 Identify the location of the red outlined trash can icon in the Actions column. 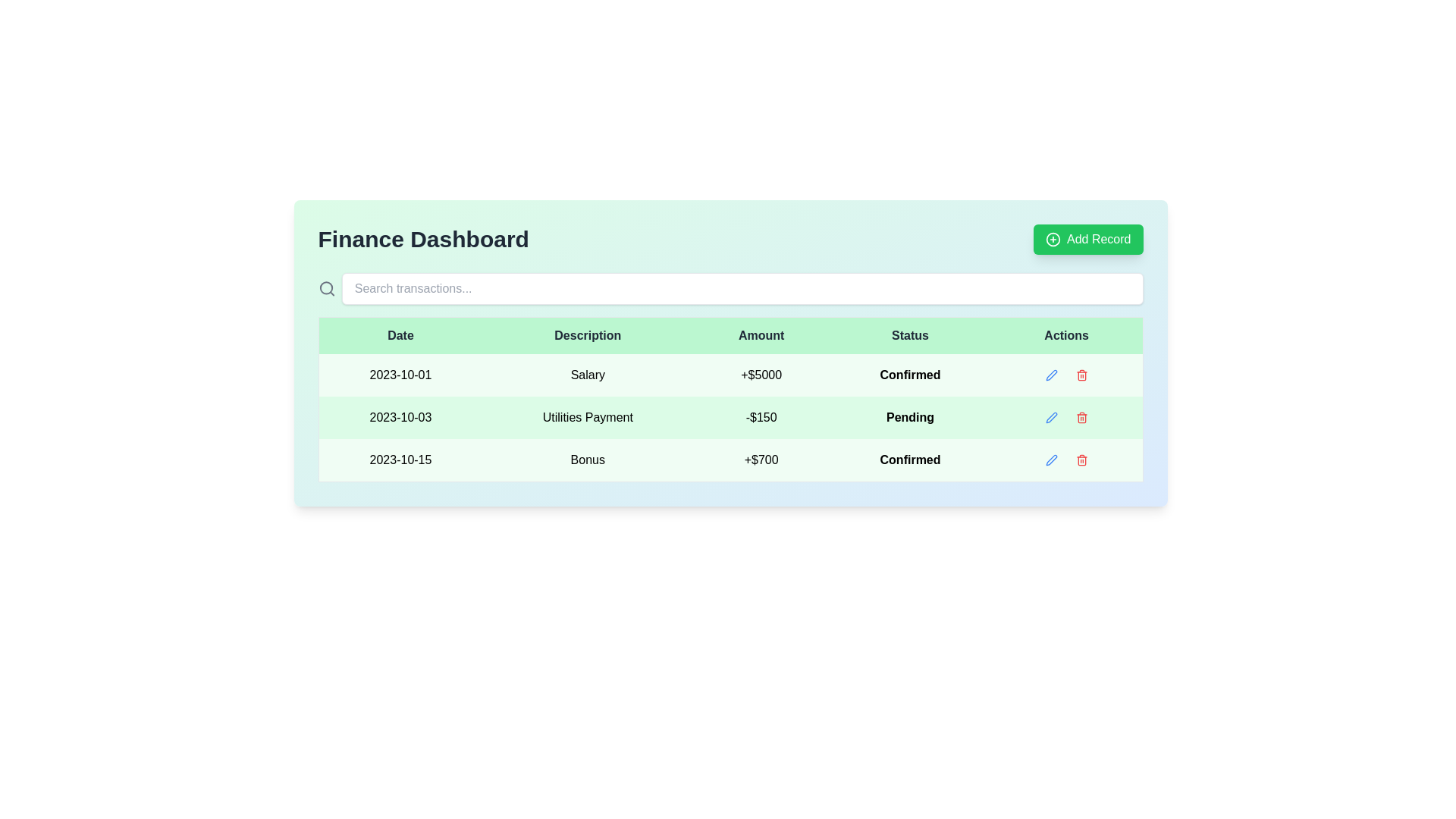
(1081, 375).